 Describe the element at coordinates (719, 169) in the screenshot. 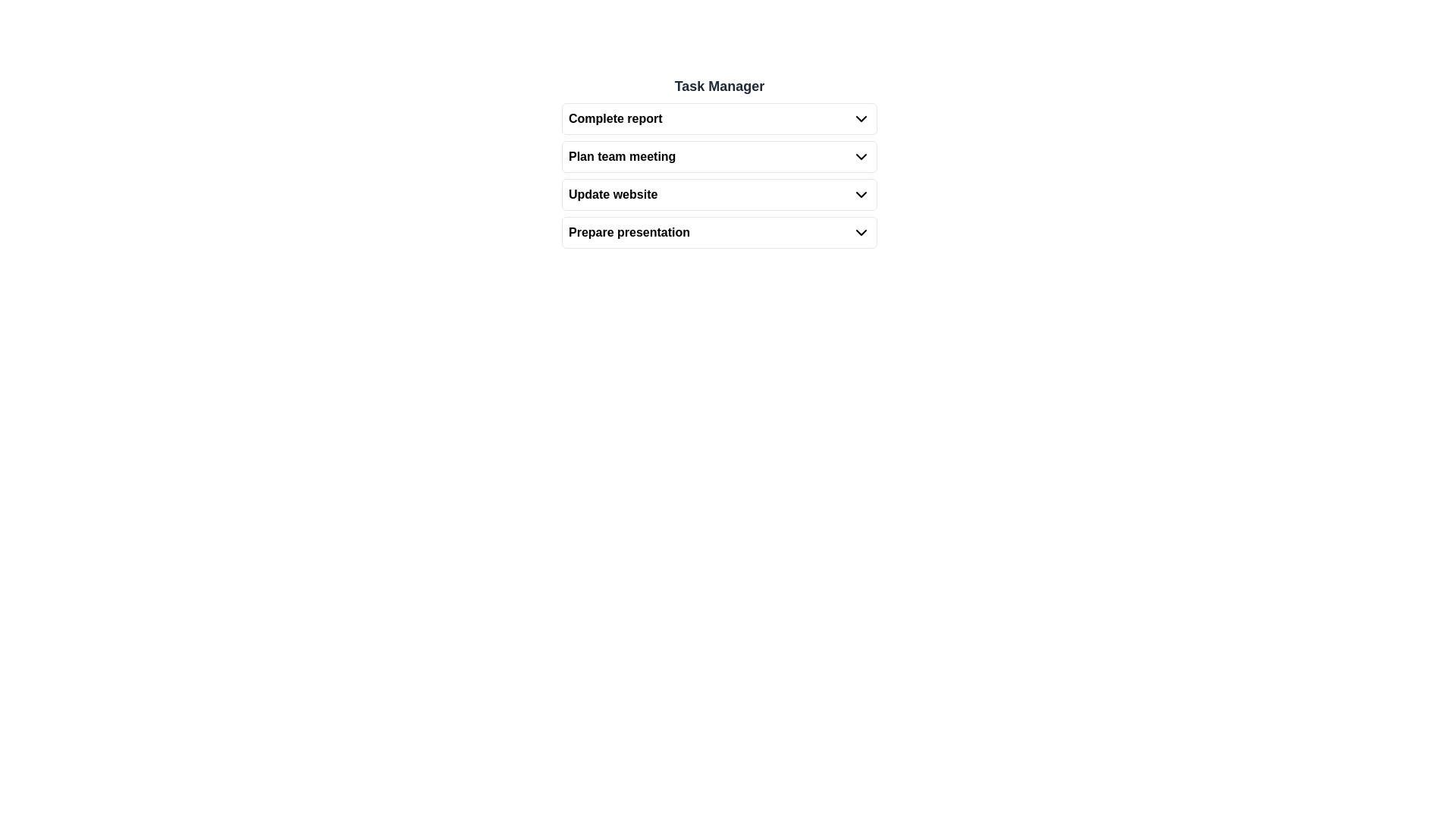

I see `the 'Plan team meeting' dropdown button` at that location.